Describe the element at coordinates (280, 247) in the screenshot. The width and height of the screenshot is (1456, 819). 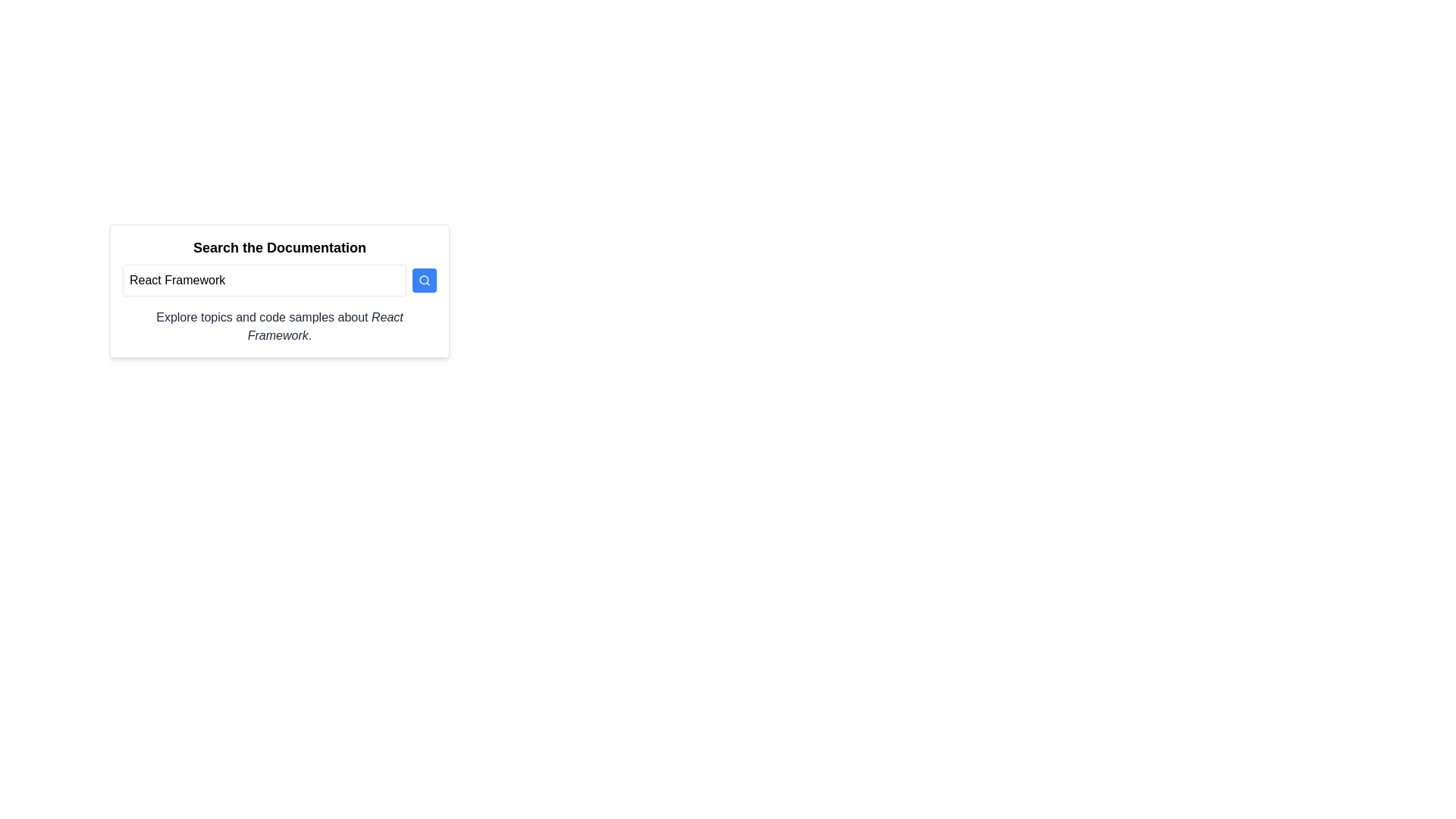
I see `the static text label that serves as a heading or title for the section, providing context for the user regarding the interface beneath` at that location.